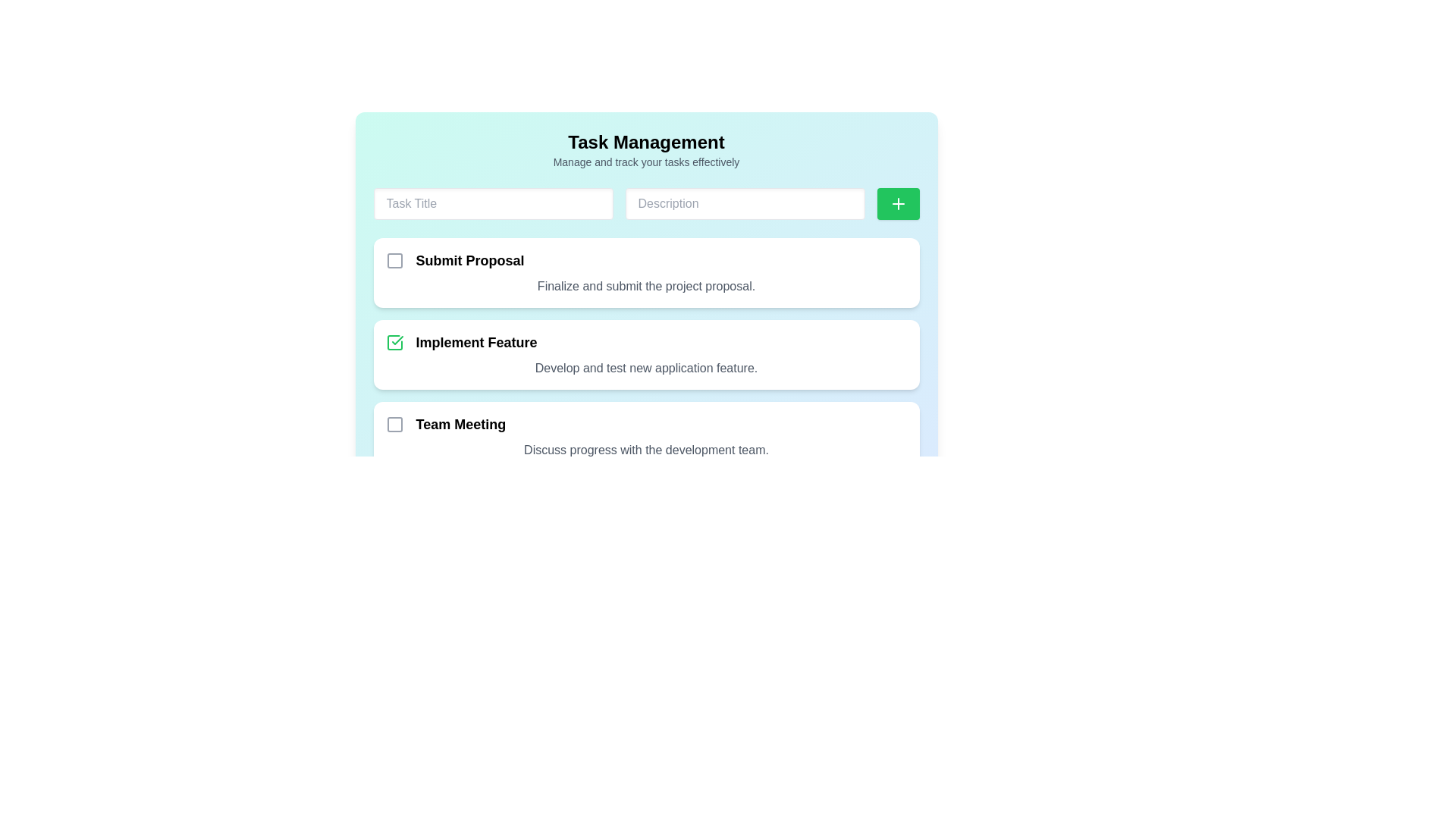 The image size is (1456, 819). I want to click on the checkbox located to the left of the text 'Team Meeting' to check or uncheck it, so click(394, 424).